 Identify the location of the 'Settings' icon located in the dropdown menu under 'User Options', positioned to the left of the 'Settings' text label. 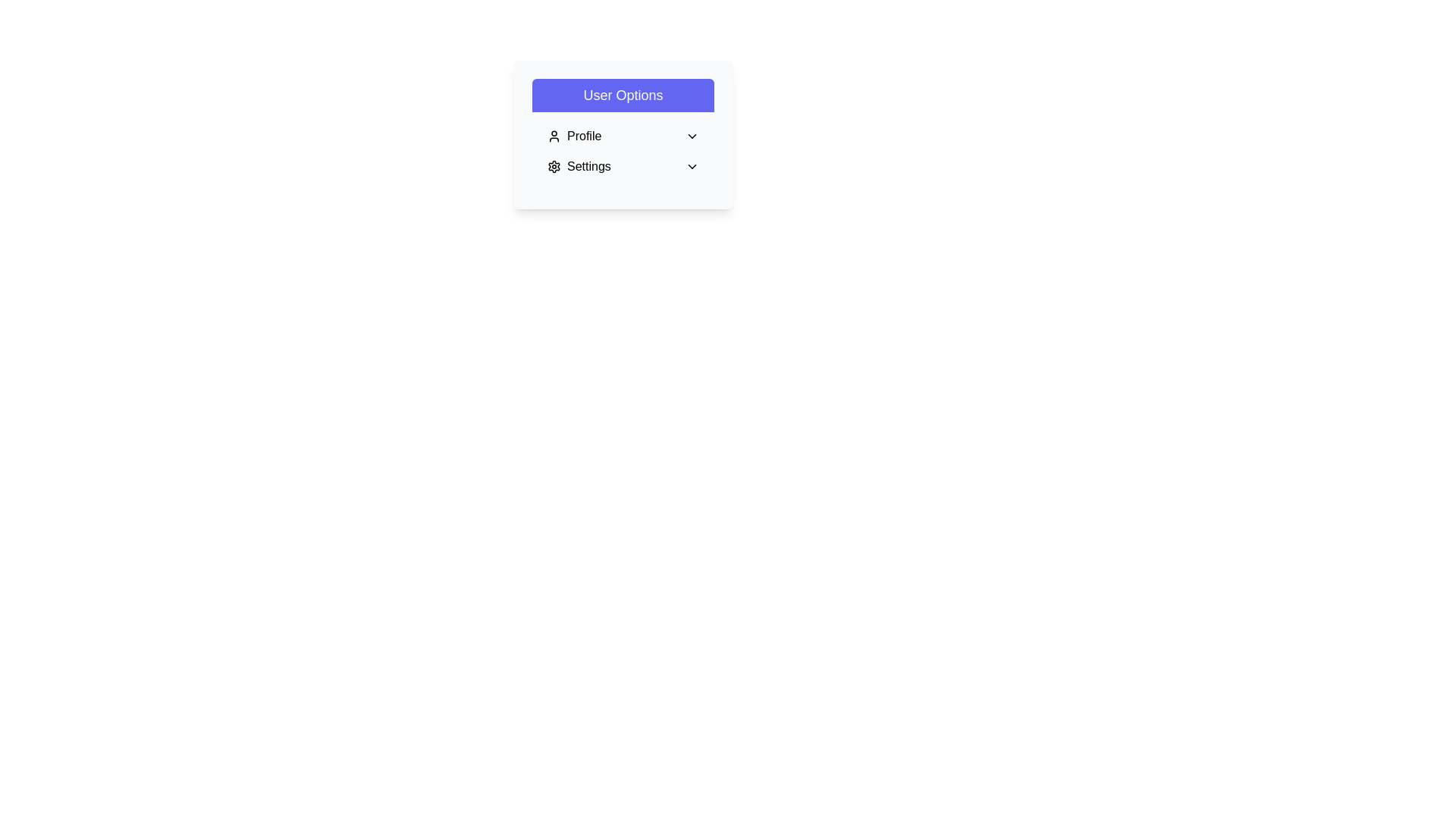
(553, 166).